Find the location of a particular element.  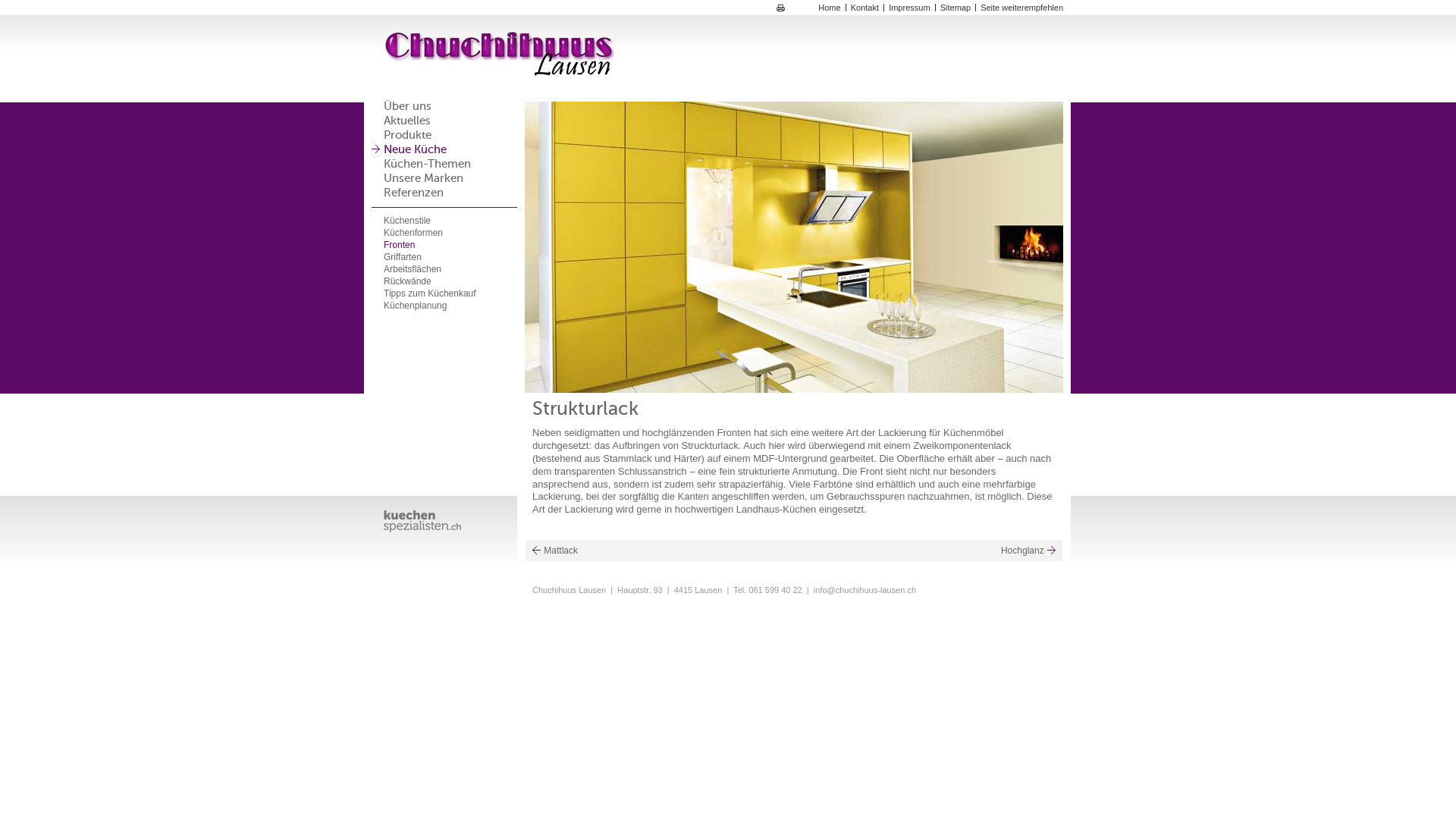

'Seite weiterempfehlen' is located at coordinates (980, 8).